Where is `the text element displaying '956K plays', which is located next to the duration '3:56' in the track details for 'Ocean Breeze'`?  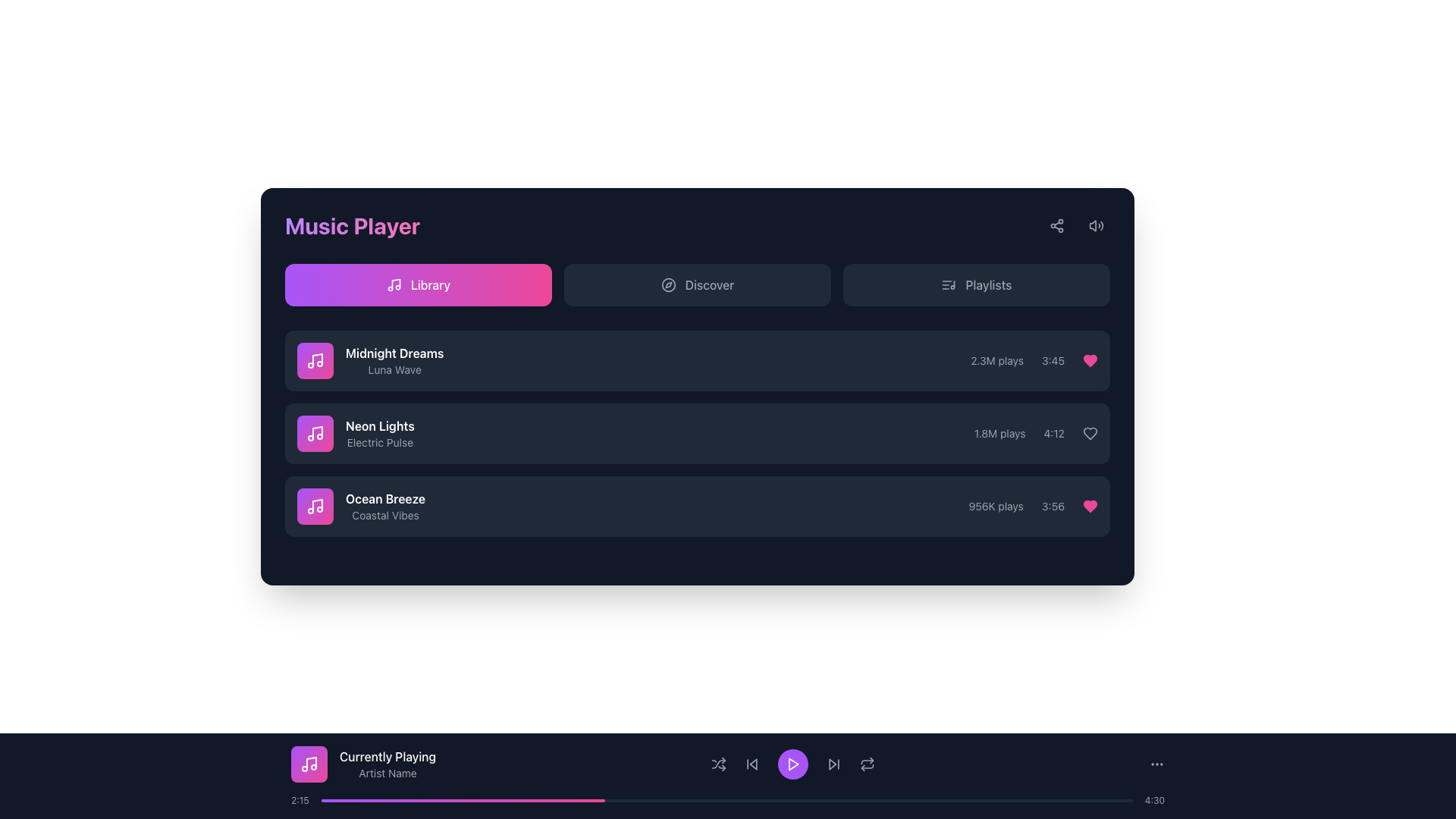 the text element displaying '956K plays', which is located next to the duration '3:56' in the track details for 'Ocean Breeze' is located at coordinates (996, 506).